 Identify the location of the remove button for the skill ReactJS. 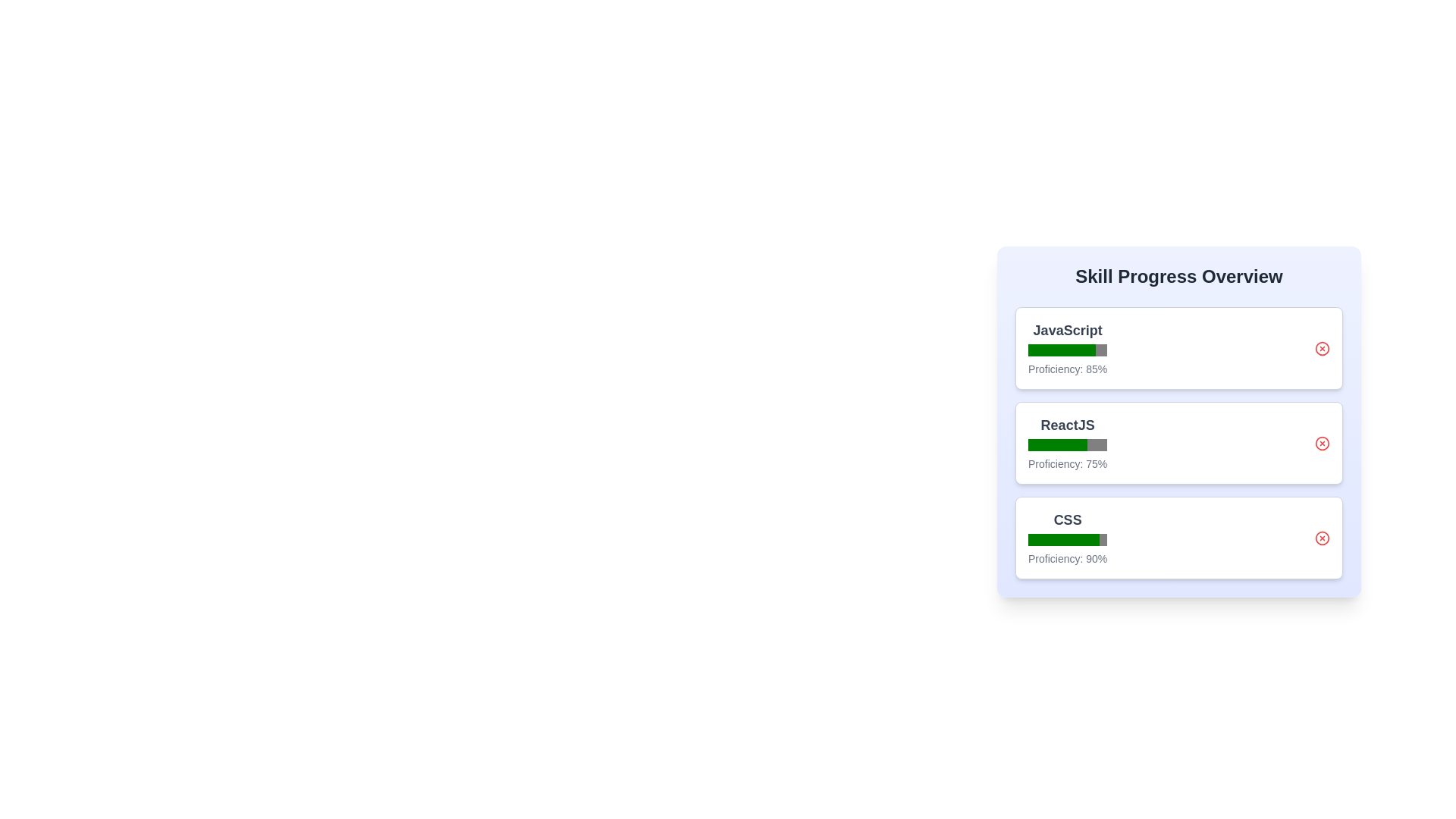
(1321, 443).